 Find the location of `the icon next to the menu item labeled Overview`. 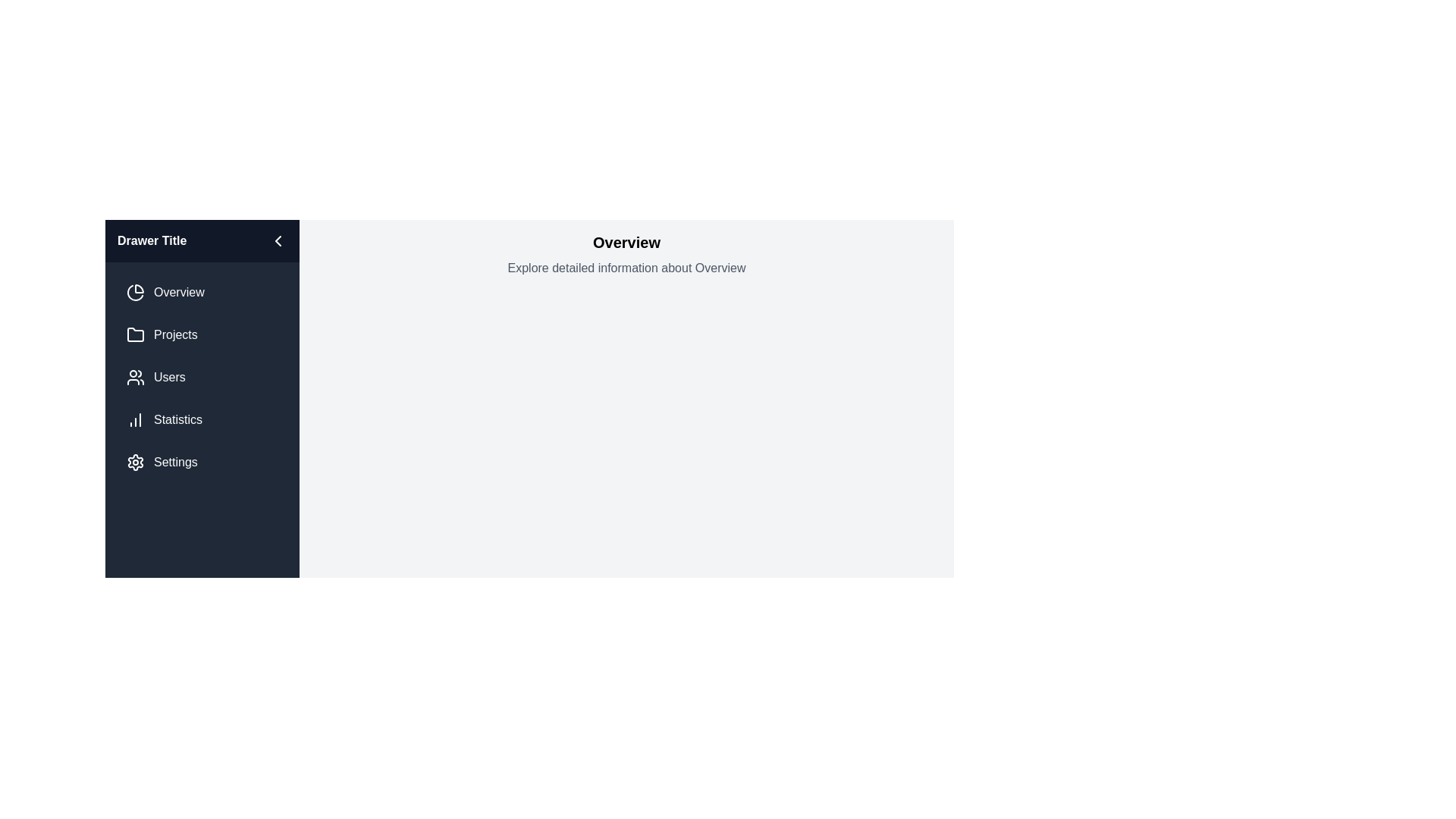

the icon next to the menu item labeled Overview is located at coordinates (135, 292).